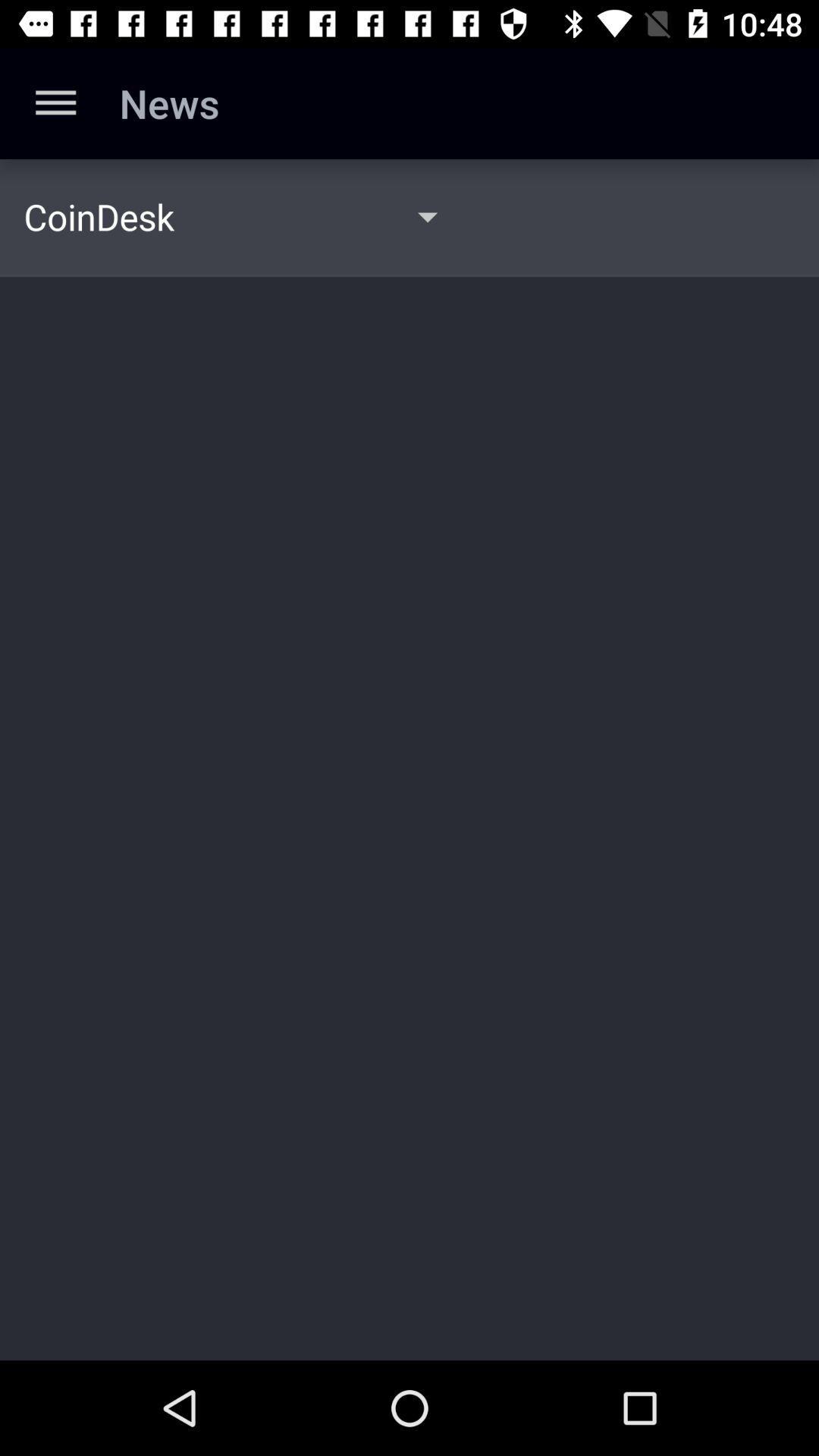 This screenshot has width=819, height=1456. Describe the element at coordinates (55, 102) in the screenshot. I see `the app to the left of news item` at that location.